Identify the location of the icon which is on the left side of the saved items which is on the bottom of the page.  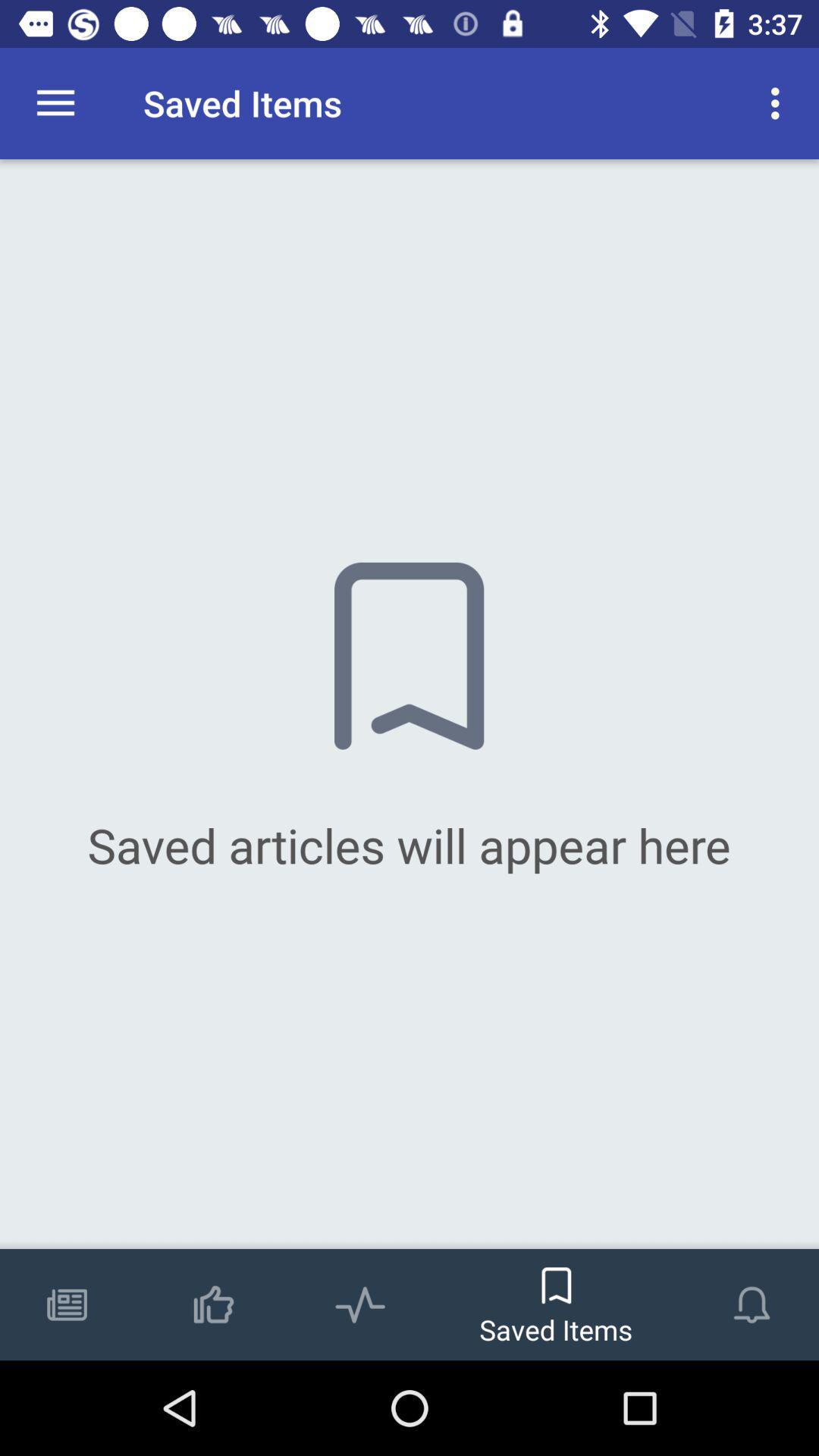
(360, 1288).